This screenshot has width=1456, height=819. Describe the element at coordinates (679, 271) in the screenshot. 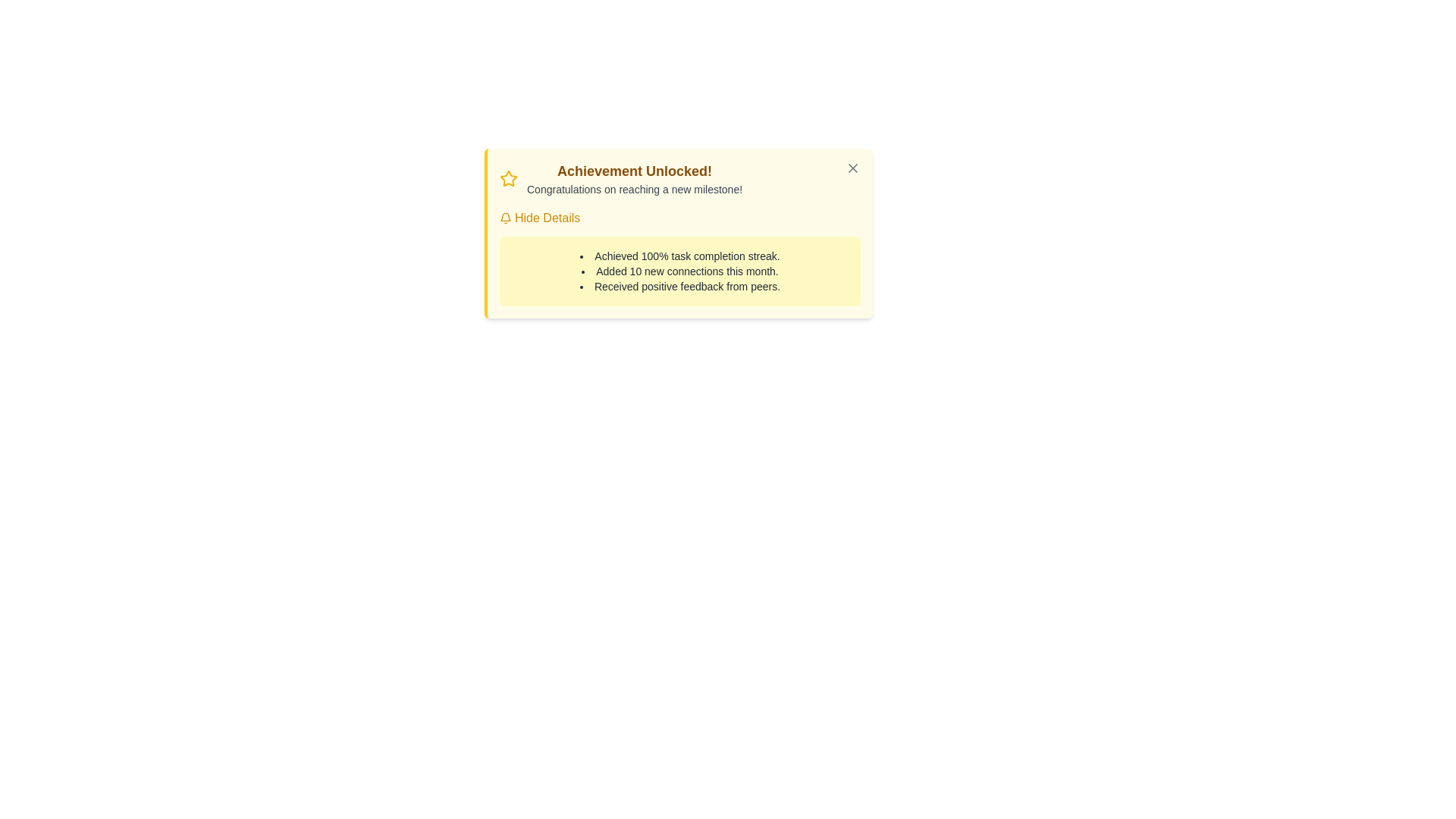

I see `the bulleted list displaying achievements, which is located within a yellow notification box below the title 'Achievement Unlocked!'` at that location.